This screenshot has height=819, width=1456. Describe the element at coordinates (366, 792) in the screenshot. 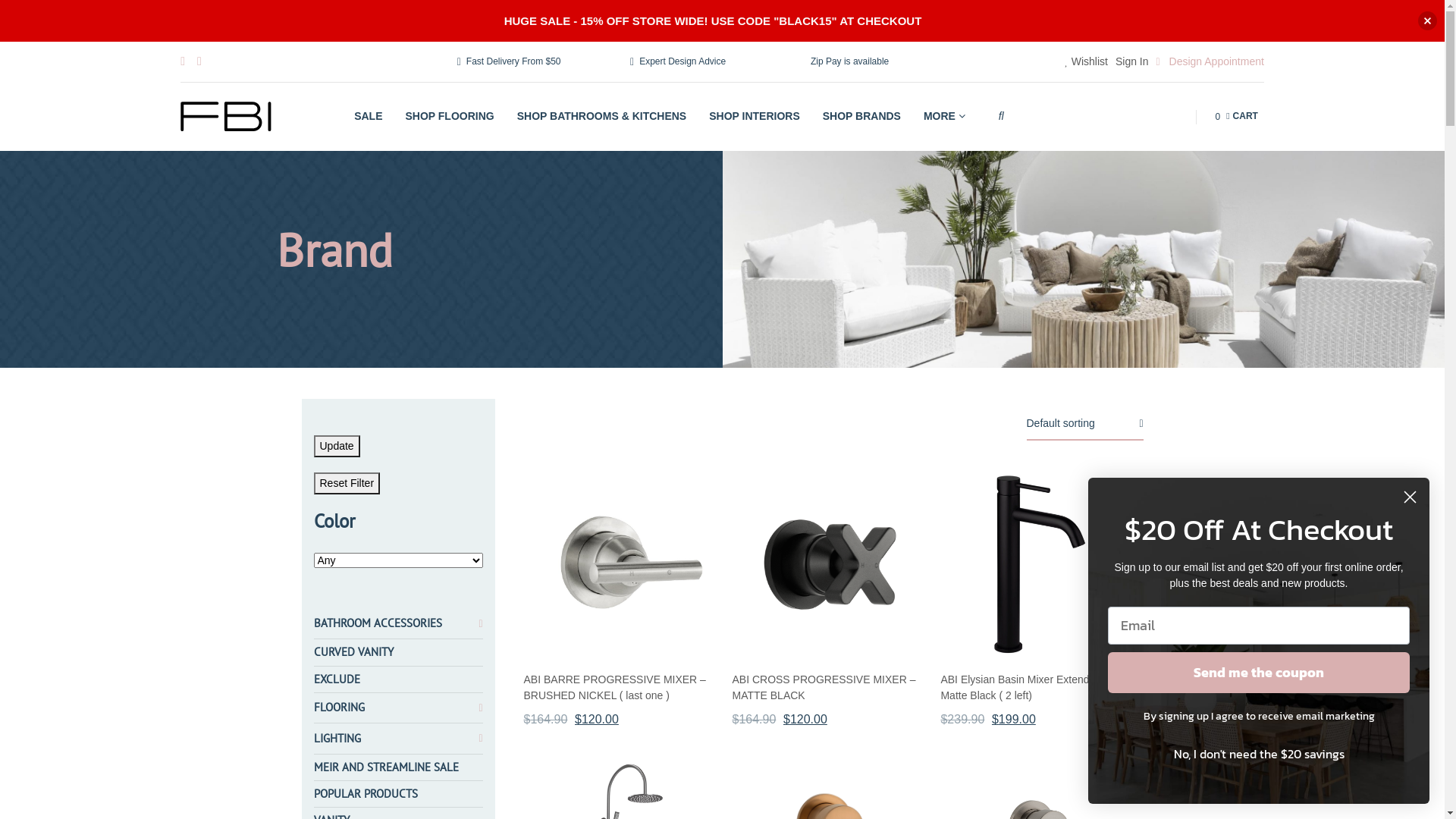

I see `'POPULAR PRODUCTS'` at that location.